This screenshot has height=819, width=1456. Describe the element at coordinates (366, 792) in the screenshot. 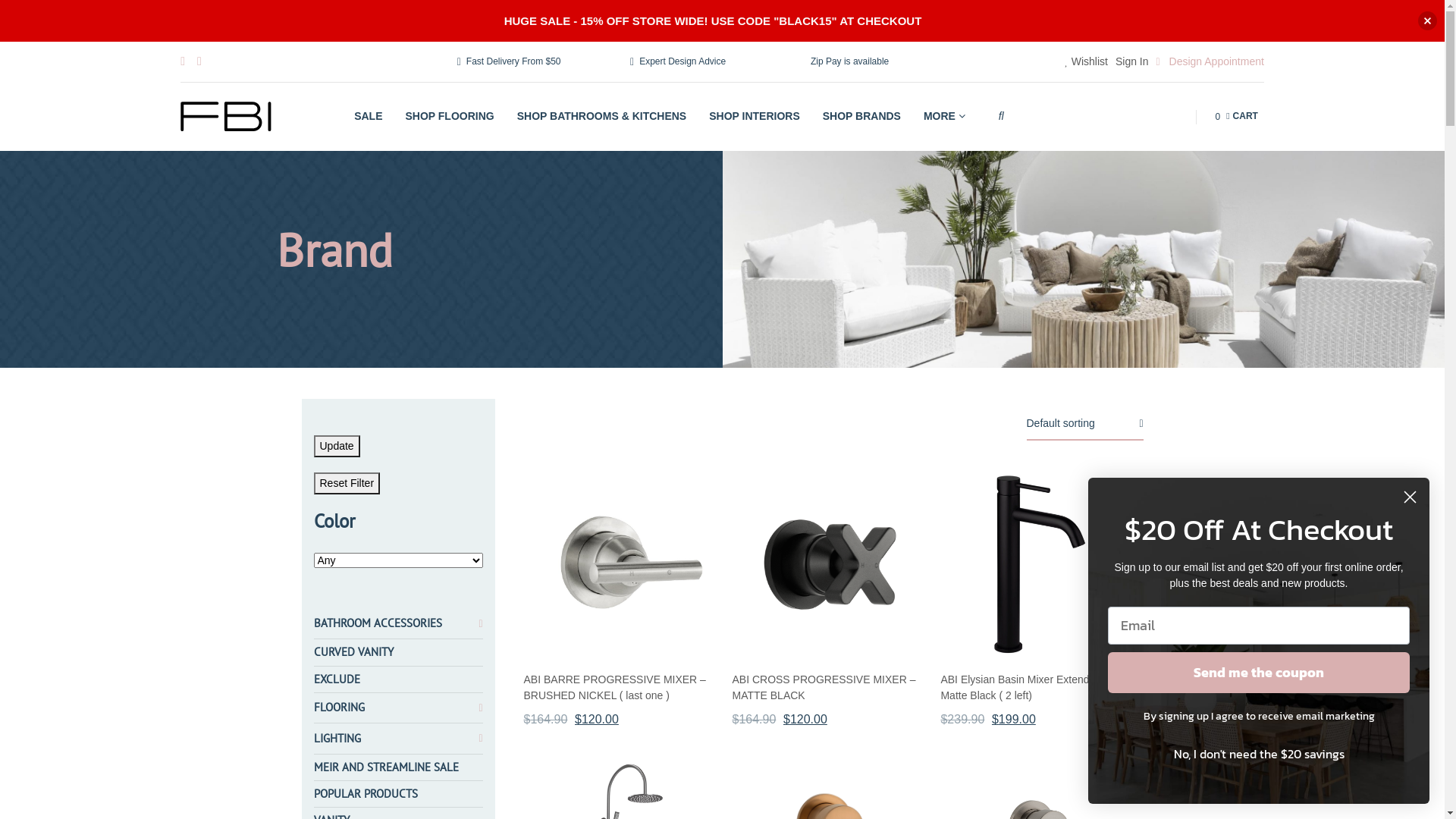

I see `'POPULAR PRODUCTS'` at that location.